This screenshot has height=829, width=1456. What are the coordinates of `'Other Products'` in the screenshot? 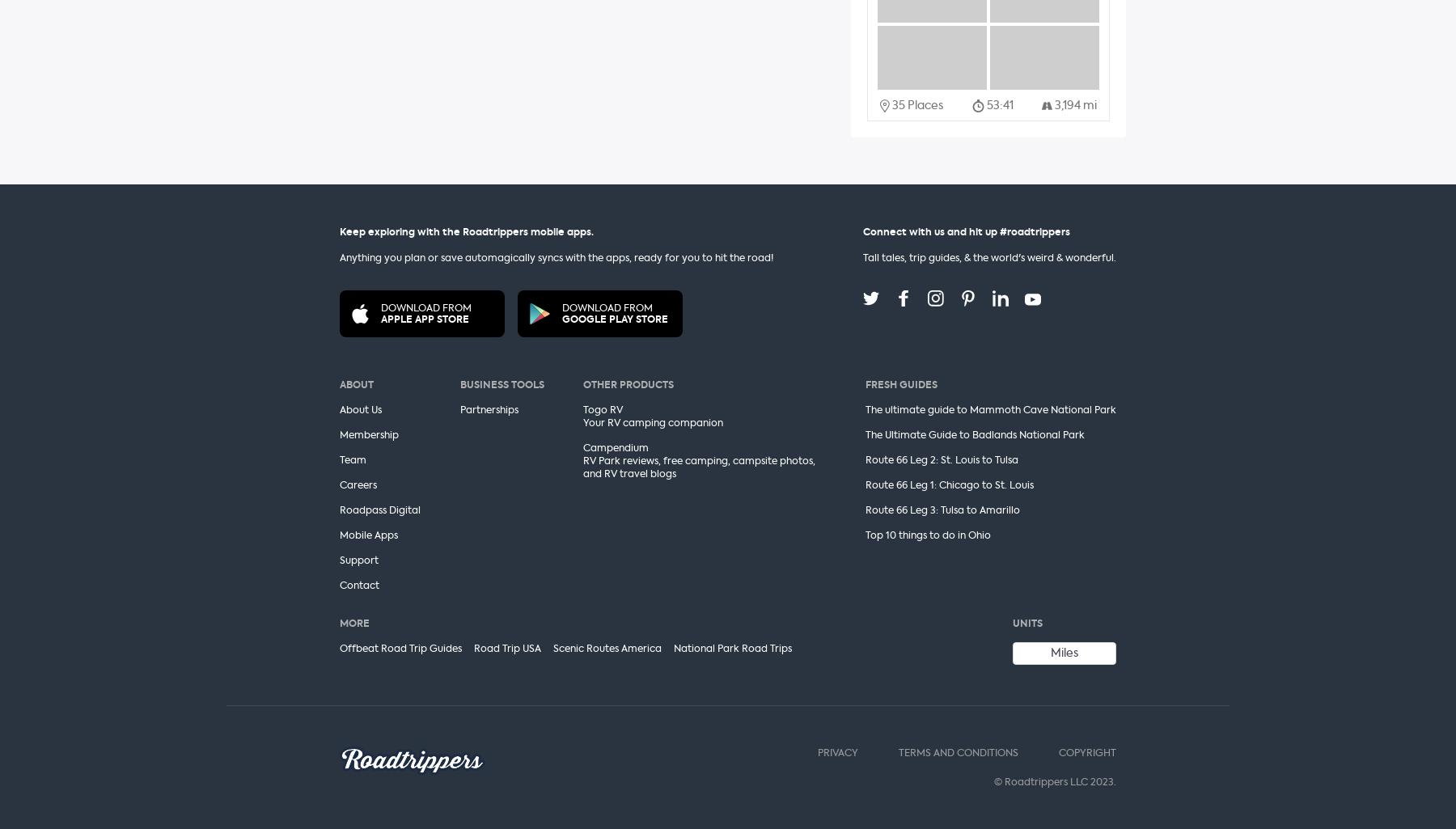 It's located at (628, 384).